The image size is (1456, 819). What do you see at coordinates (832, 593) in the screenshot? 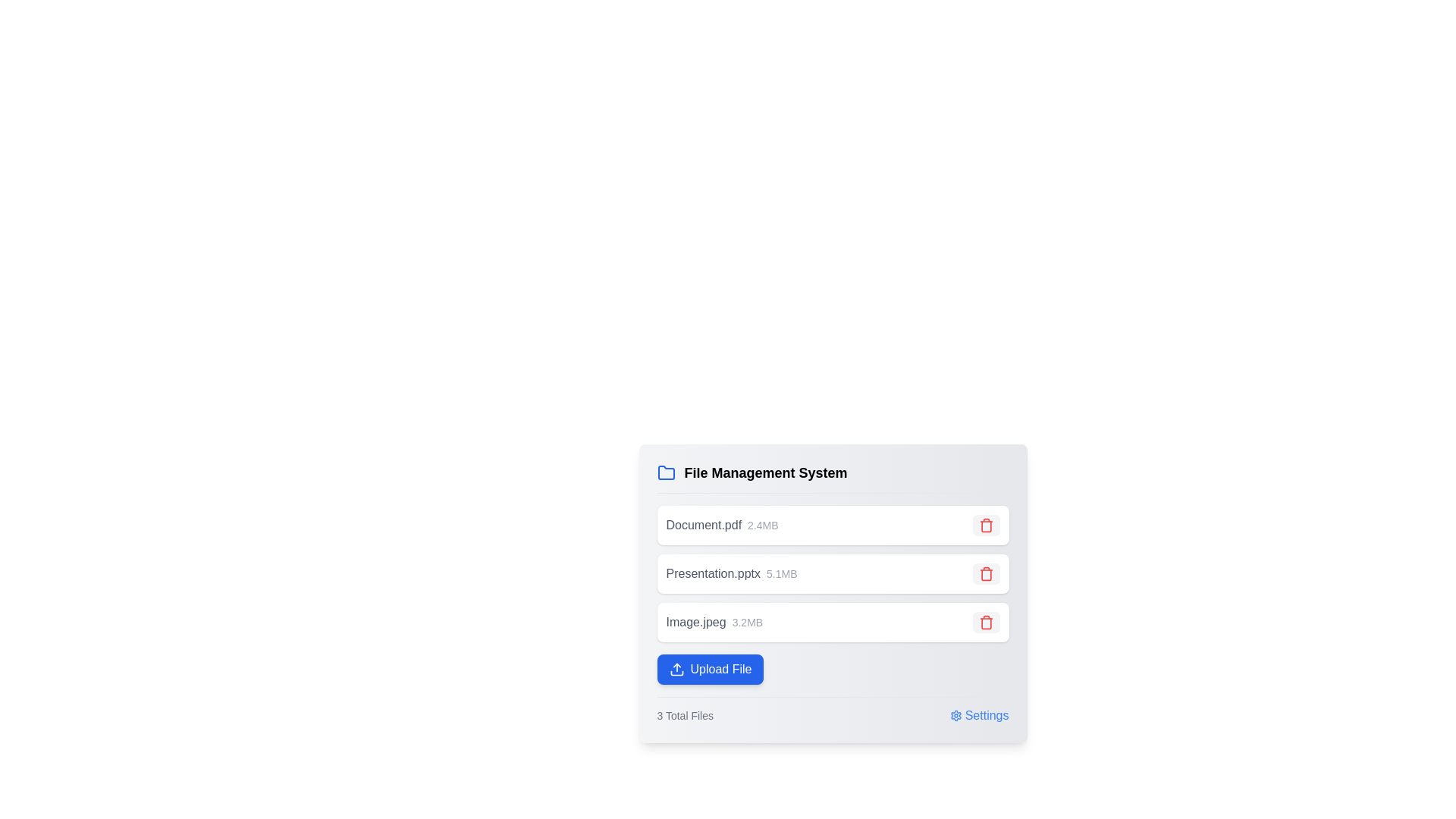
I see `the second row` at bounding box center [832, 593].